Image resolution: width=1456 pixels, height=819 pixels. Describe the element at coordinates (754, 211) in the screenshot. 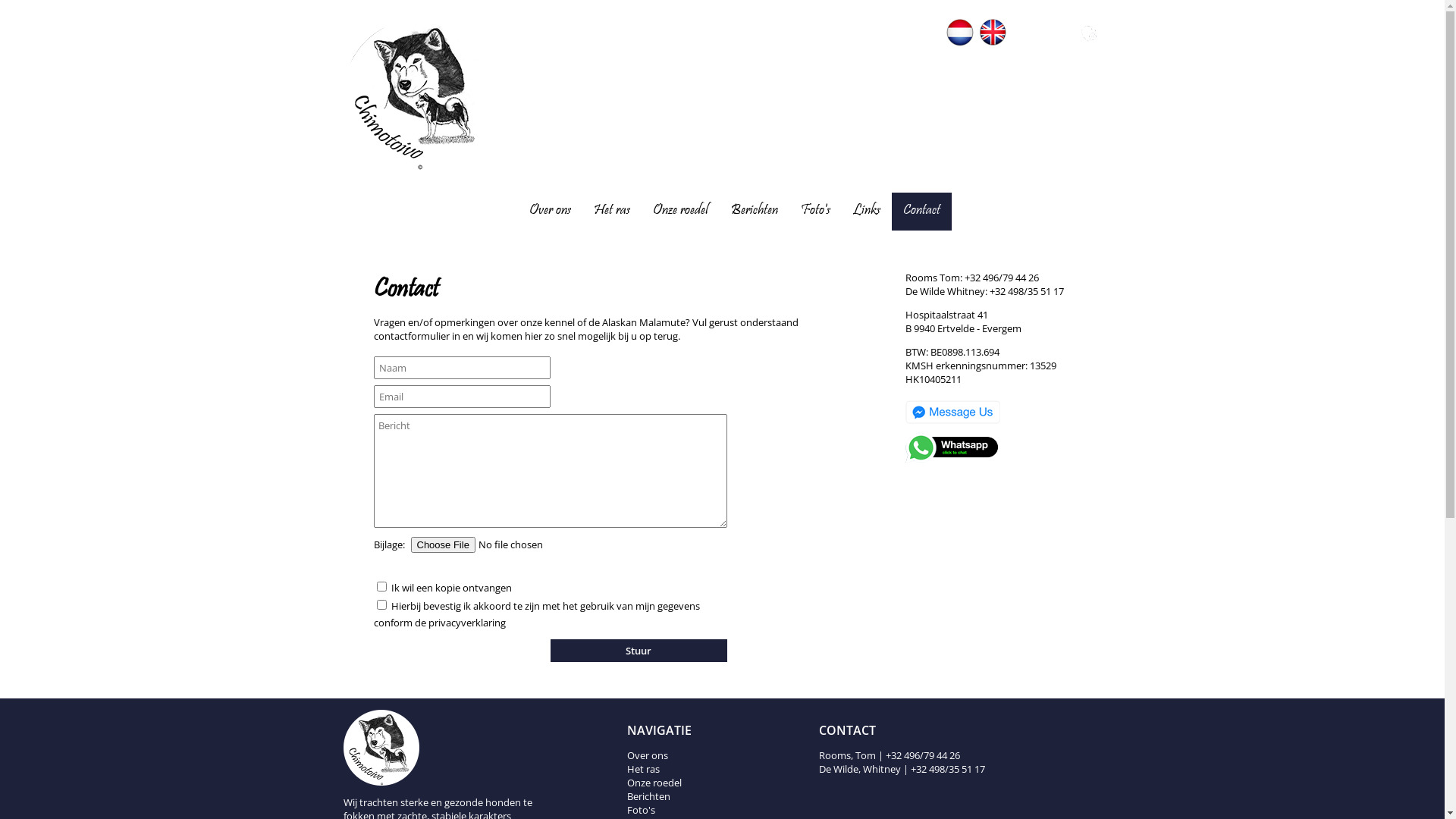

I see `'Berichten'` at that location.